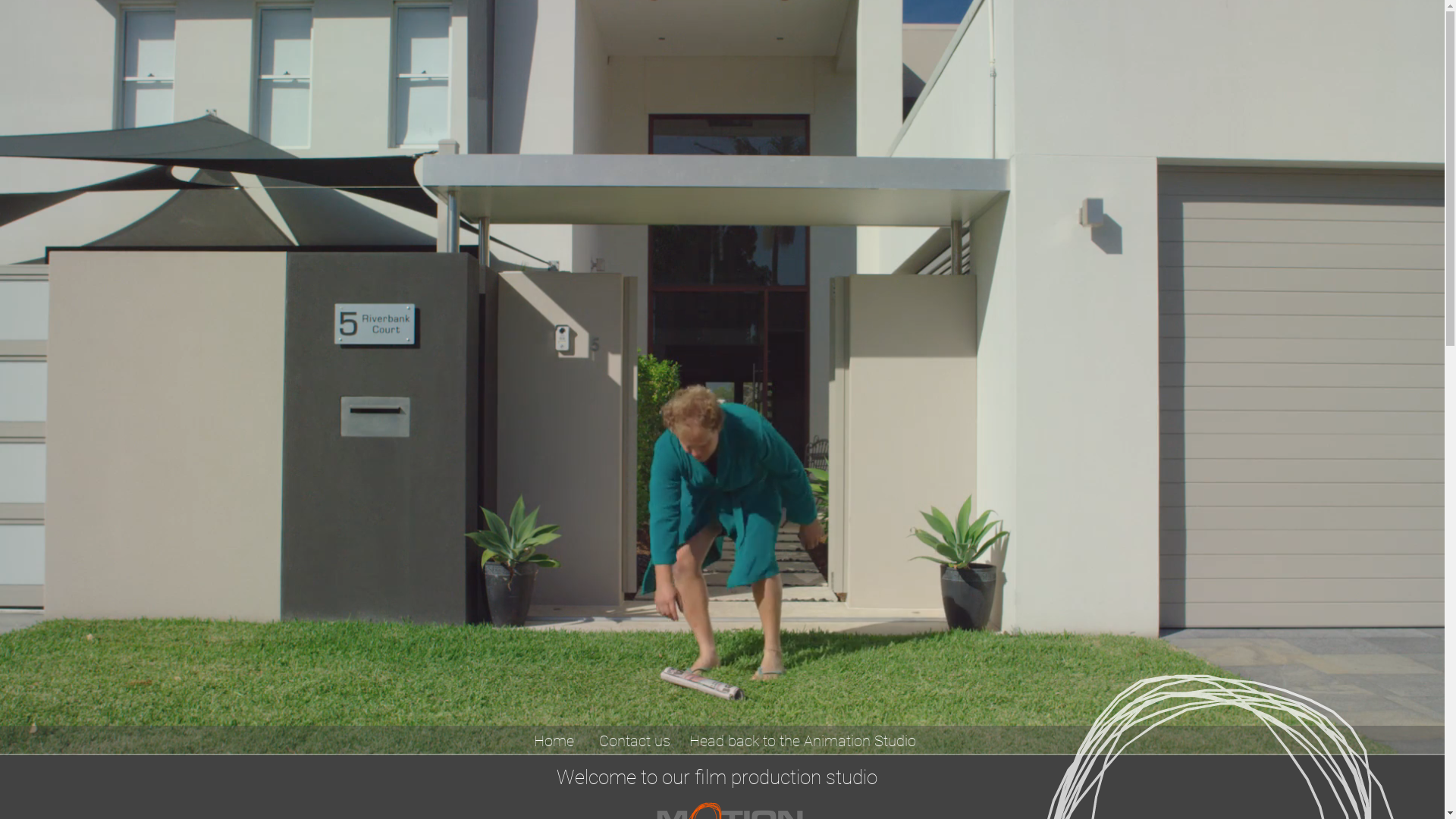 The image size is (1456, 819). What do you see at coordinates (552, 739) in the screenshot?
I see `'Home'` at bounding box center [552, 739].